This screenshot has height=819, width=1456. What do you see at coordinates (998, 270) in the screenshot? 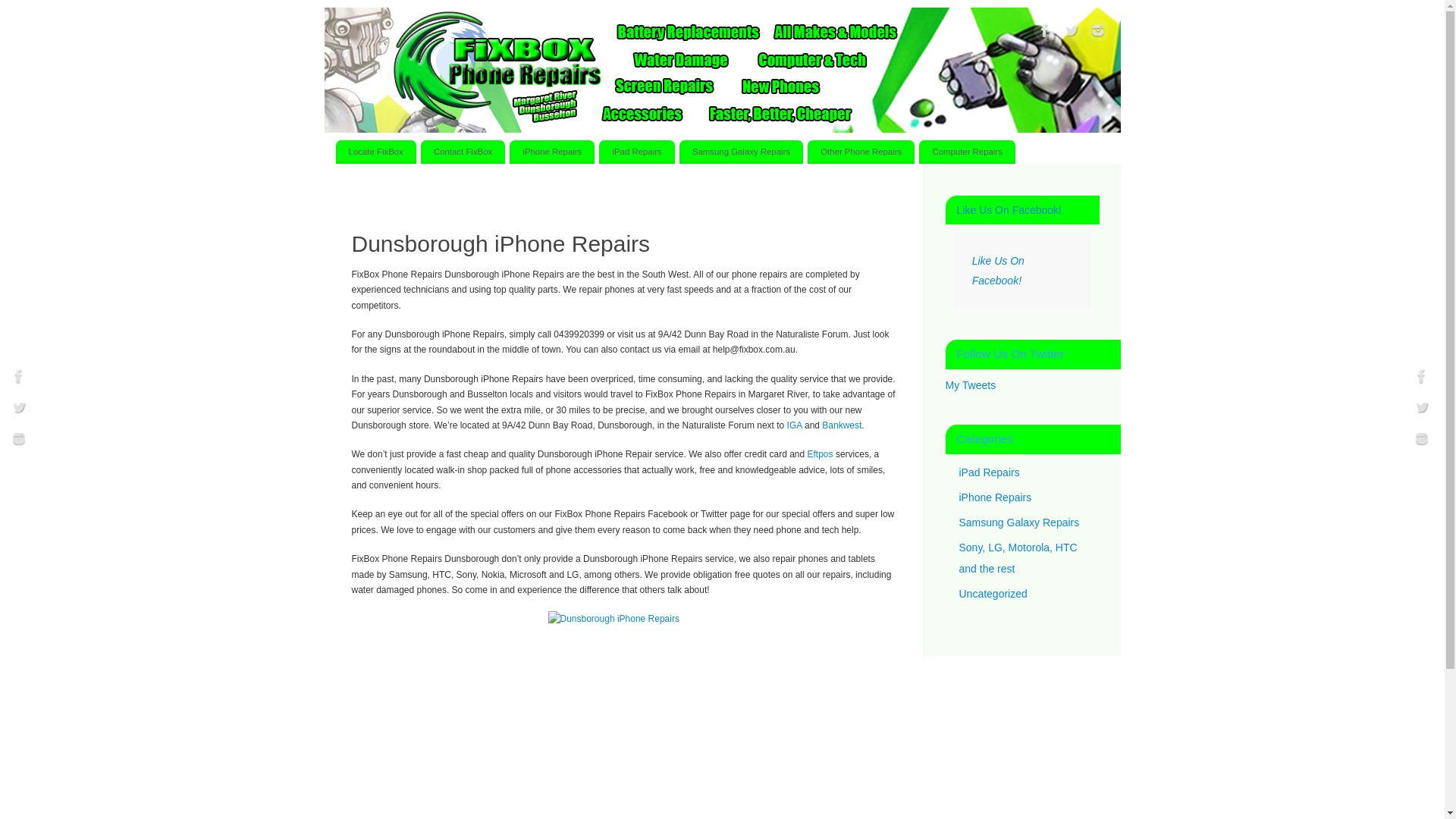
I see `'Like Us On Facebook!'` at bounding box center [998, 270].